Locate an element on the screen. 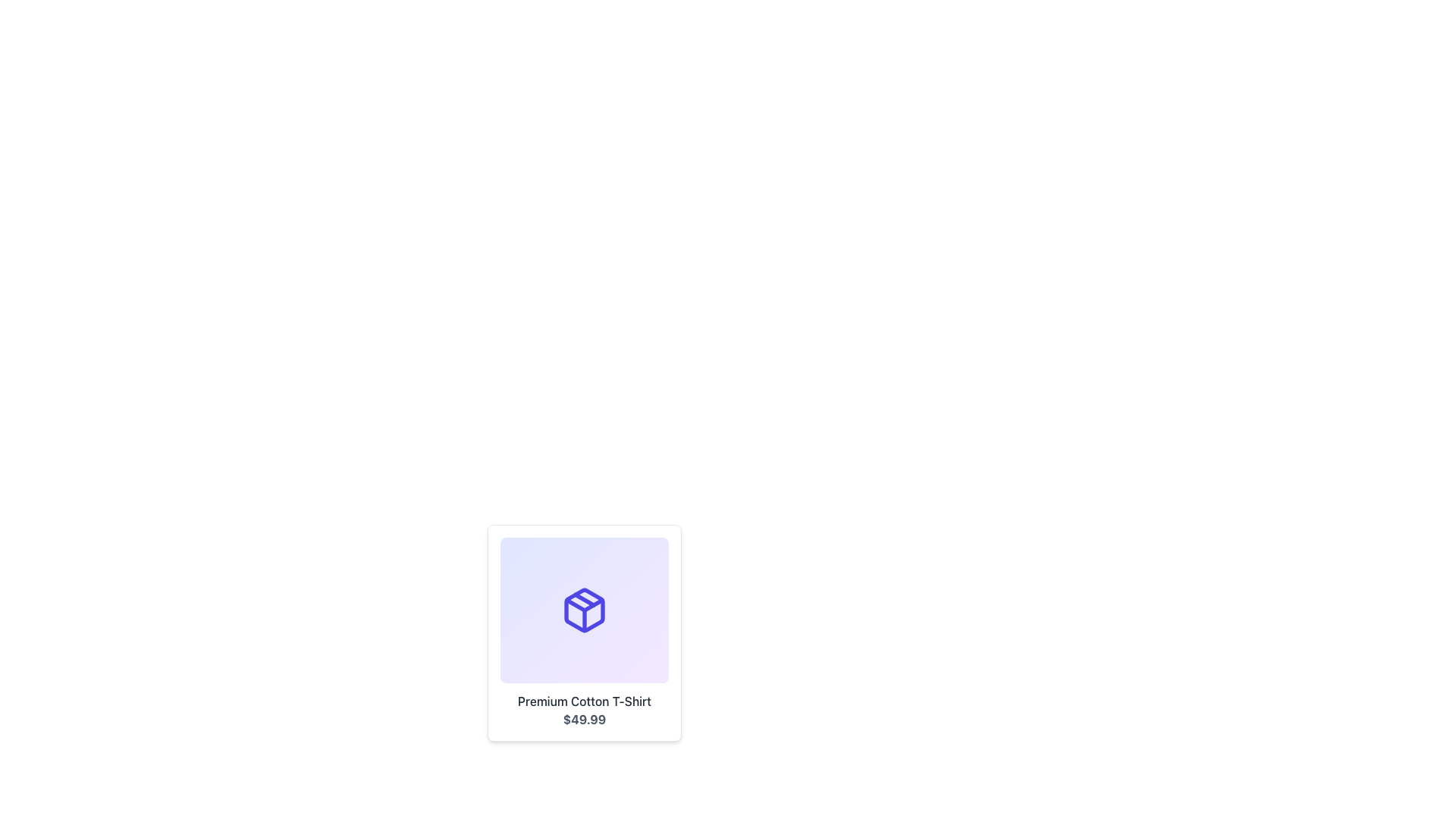 Image resolution: width=1456 pixels, height=819 pixels. the package icon with sharp edges and gradient indigo shades, which is centered within a rounded rectangular card, to interact or navigate is located at coordinates (584, 610).